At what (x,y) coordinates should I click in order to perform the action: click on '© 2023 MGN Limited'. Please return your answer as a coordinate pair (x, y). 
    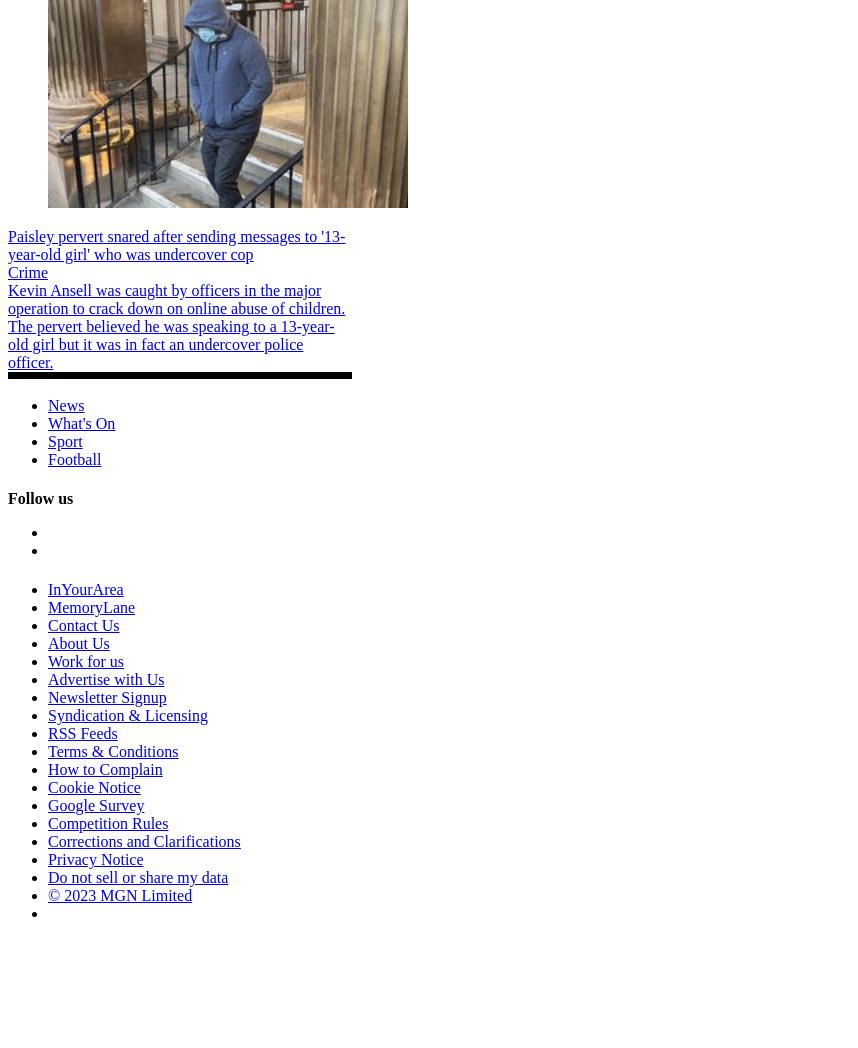
    Looking at the image, I should click on (120, 894).